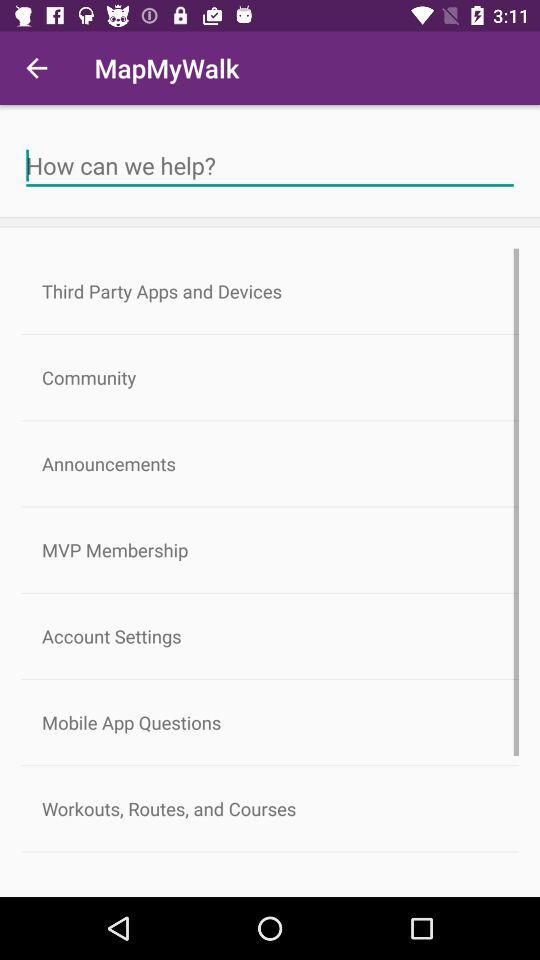 The height and width of the screenshot is (960, 540). What do you see at coordinates (270, 808) in the screenshot?
I see `workouts routes and icon` at bounding box center [270, 808].